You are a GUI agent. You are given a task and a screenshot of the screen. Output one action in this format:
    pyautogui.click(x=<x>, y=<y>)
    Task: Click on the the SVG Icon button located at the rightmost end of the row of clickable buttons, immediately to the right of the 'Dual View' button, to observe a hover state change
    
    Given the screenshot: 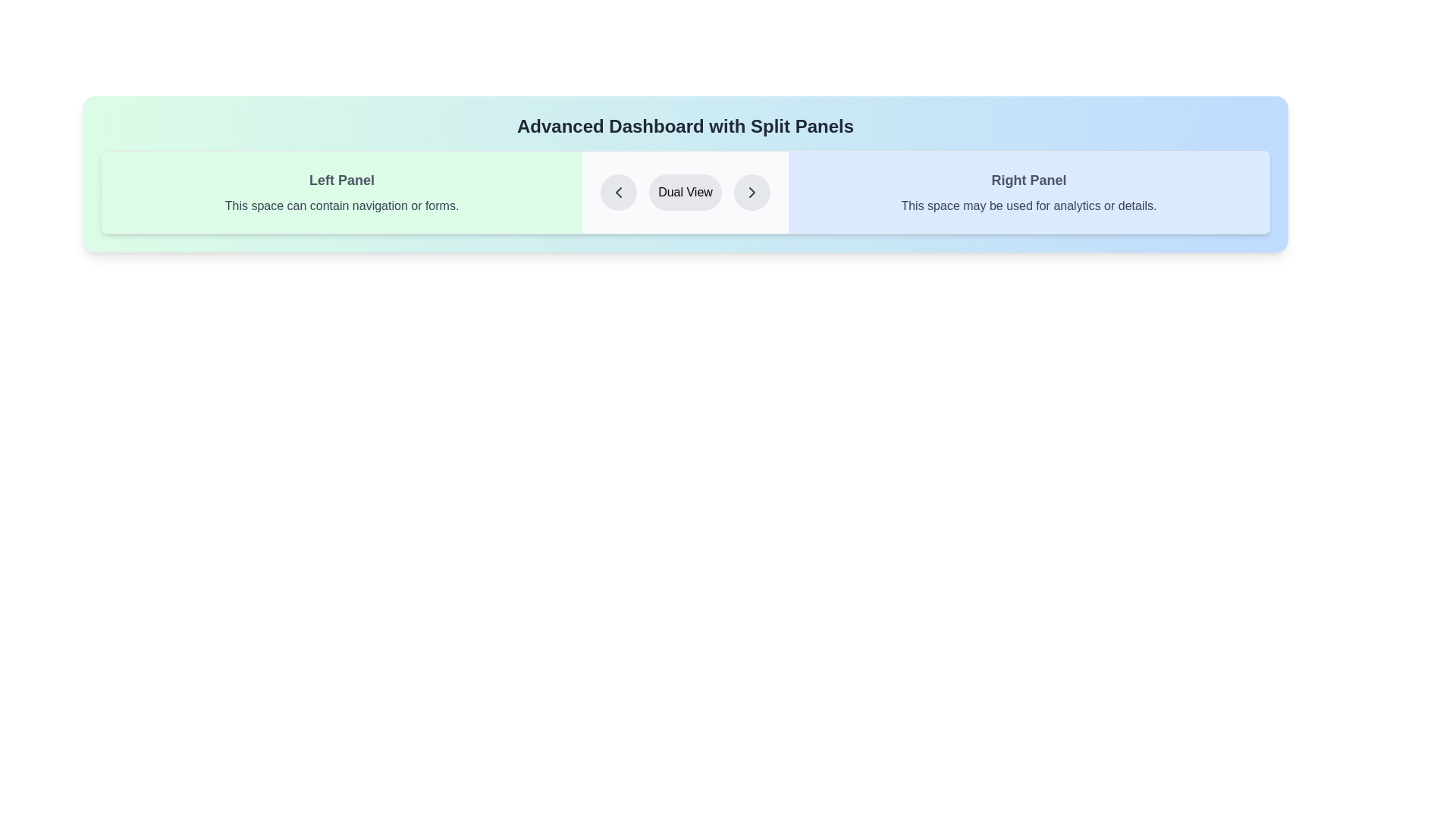 What is the action you would take?
    pyautogui.click(x=752, y=192)
    